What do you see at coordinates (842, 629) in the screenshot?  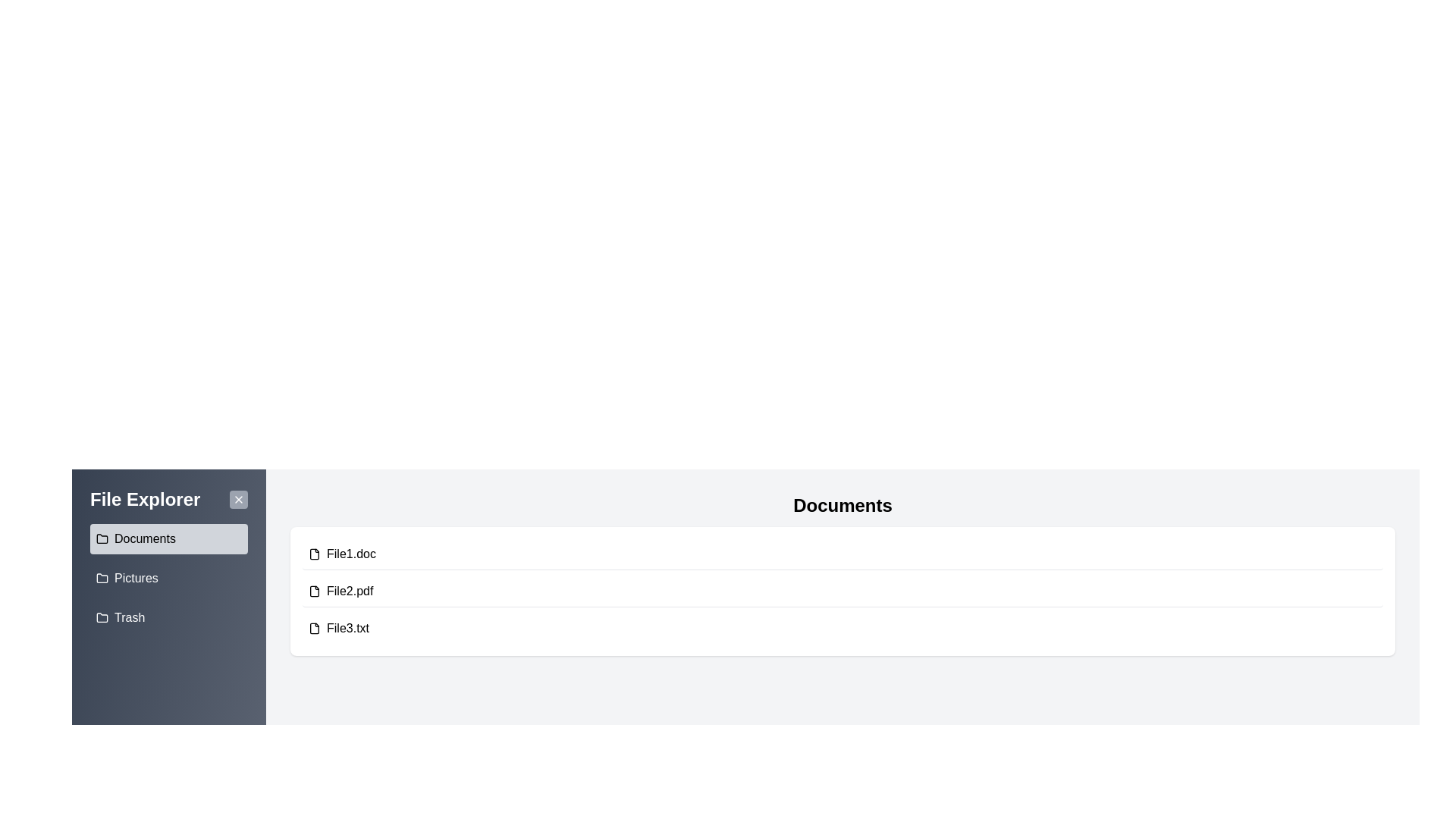 I see `the file File3.txt to highlight it` at bounding box center [842, 629].